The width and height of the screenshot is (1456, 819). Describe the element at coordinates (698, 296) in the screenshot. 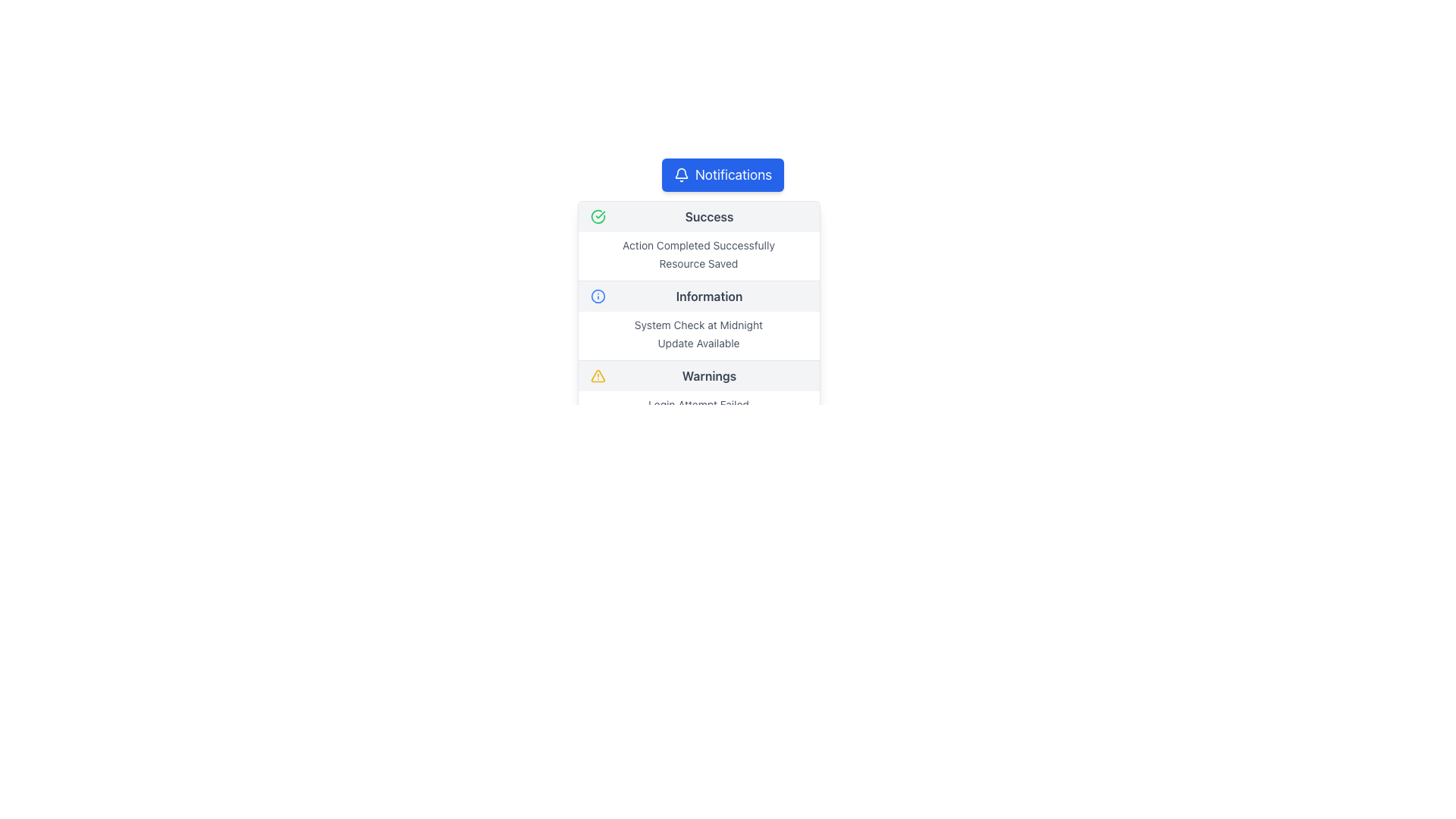

I see `the Informational Indicator, which is the second item under the notifications section, located directly below the 'Success' item and above the 'System Check at Midnight' item` at that location.